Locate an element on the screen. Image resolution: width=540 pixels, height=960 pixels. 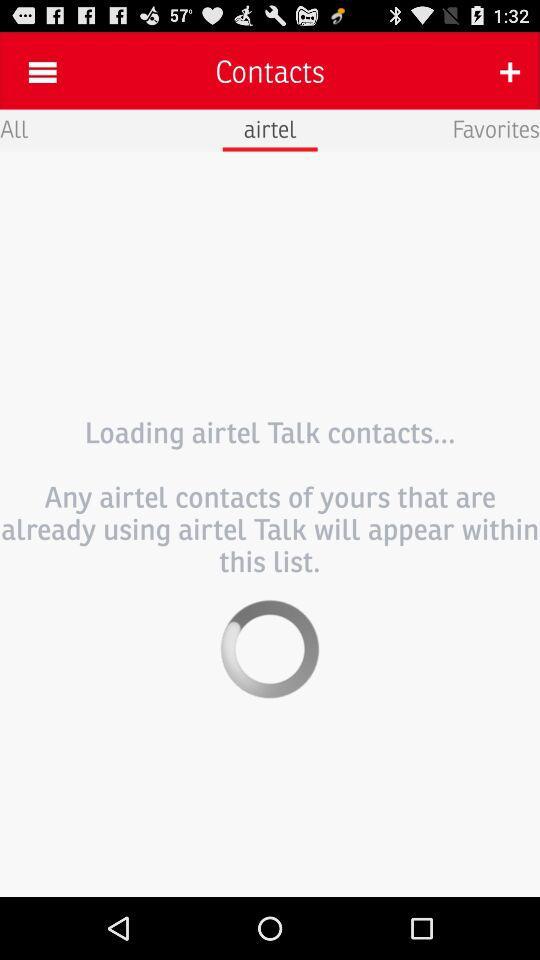
the favorites icon is located at coordinates (495, 127).